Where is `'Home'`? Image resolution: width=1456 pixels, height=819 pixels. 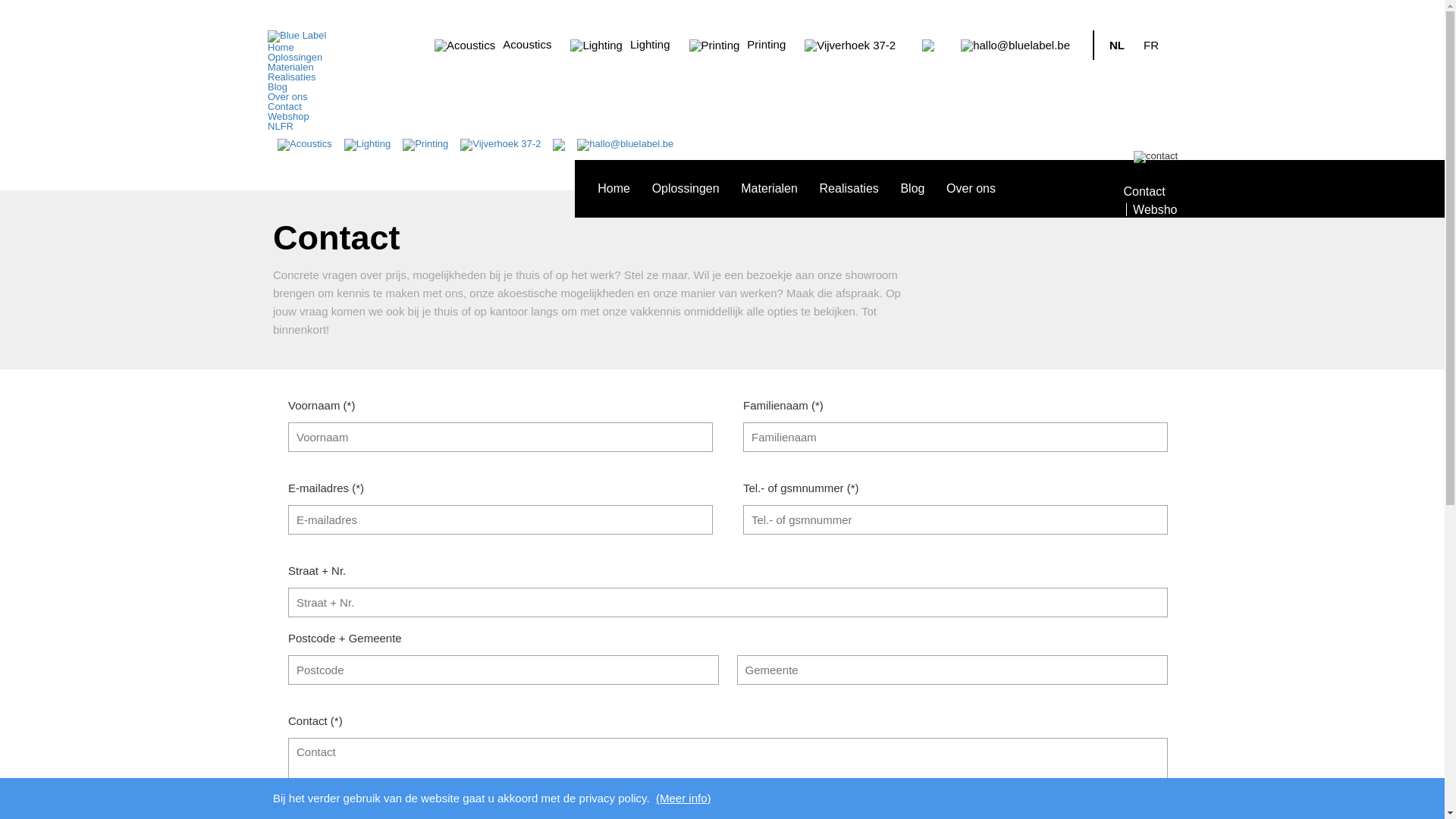 'Home' is located at coordinates (613, 187).